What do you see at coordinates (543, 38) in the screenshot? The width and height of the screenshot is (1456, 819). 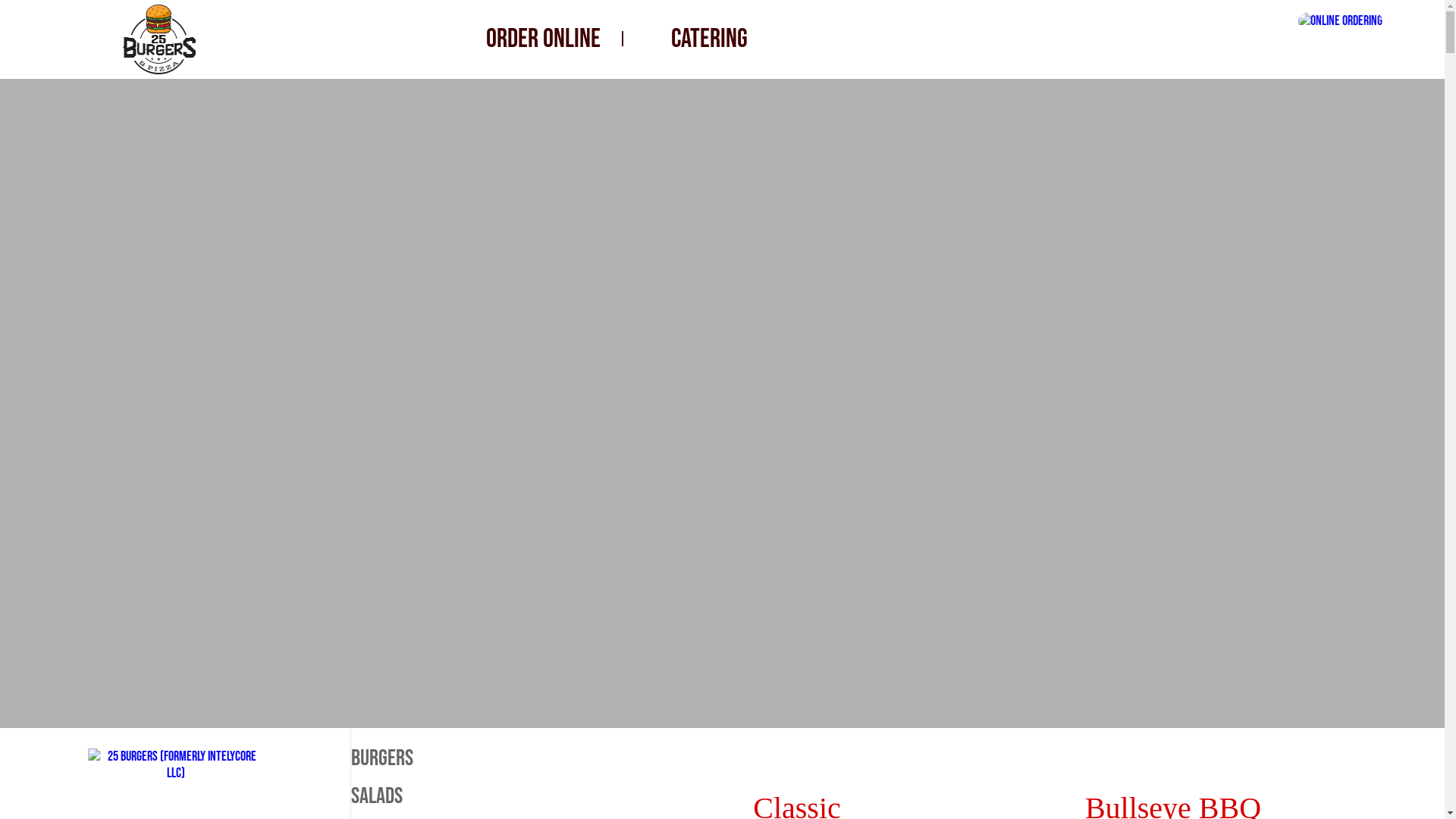 I see `'ORDER ONLINE'` at bounding box center [543, 38].